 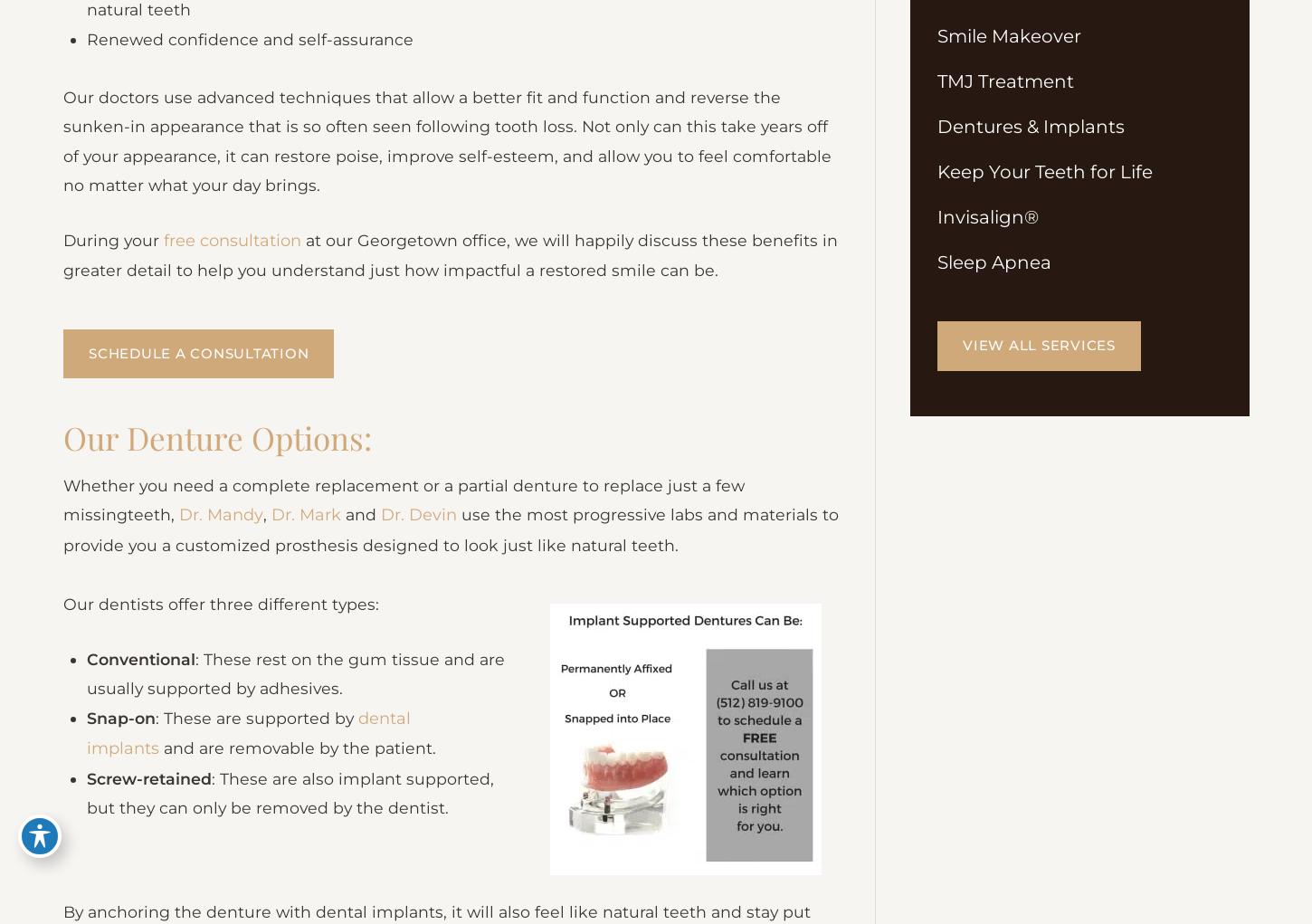 What do you see at coordinates (294, 821) in the screenshot?
I see `': These are also implant supported, but they can only be removed by the dentist.'` at bounding box center [294, 821].